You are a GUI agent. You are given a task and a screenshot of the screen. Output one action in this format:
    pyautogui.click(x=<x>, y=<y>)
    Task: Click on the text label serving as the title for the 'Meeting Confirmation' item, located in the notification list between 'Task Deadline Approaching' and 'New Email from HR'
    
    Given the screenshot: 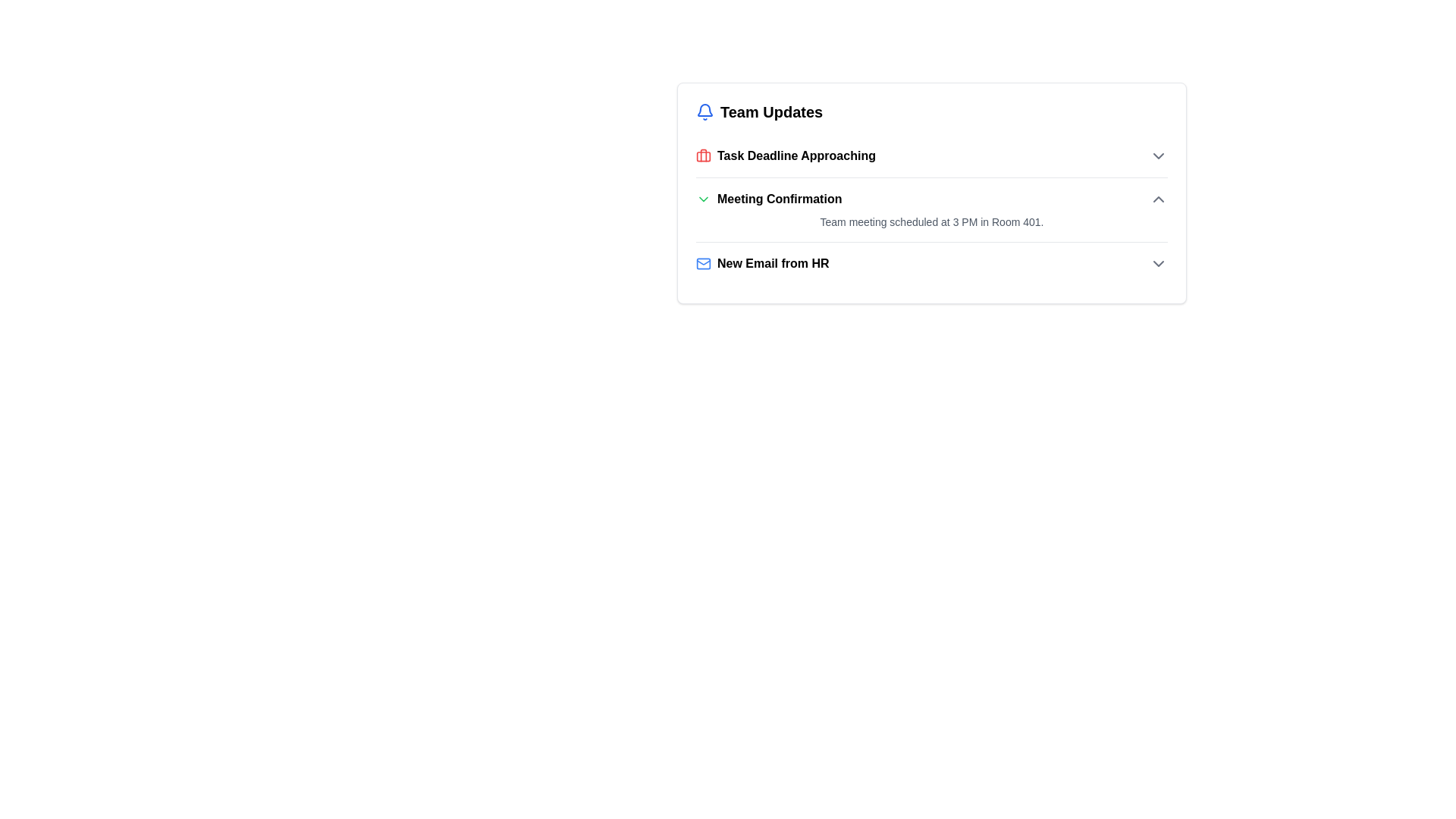 What is the action you would take?
    pyautogui.click(x=769, y=198)
    